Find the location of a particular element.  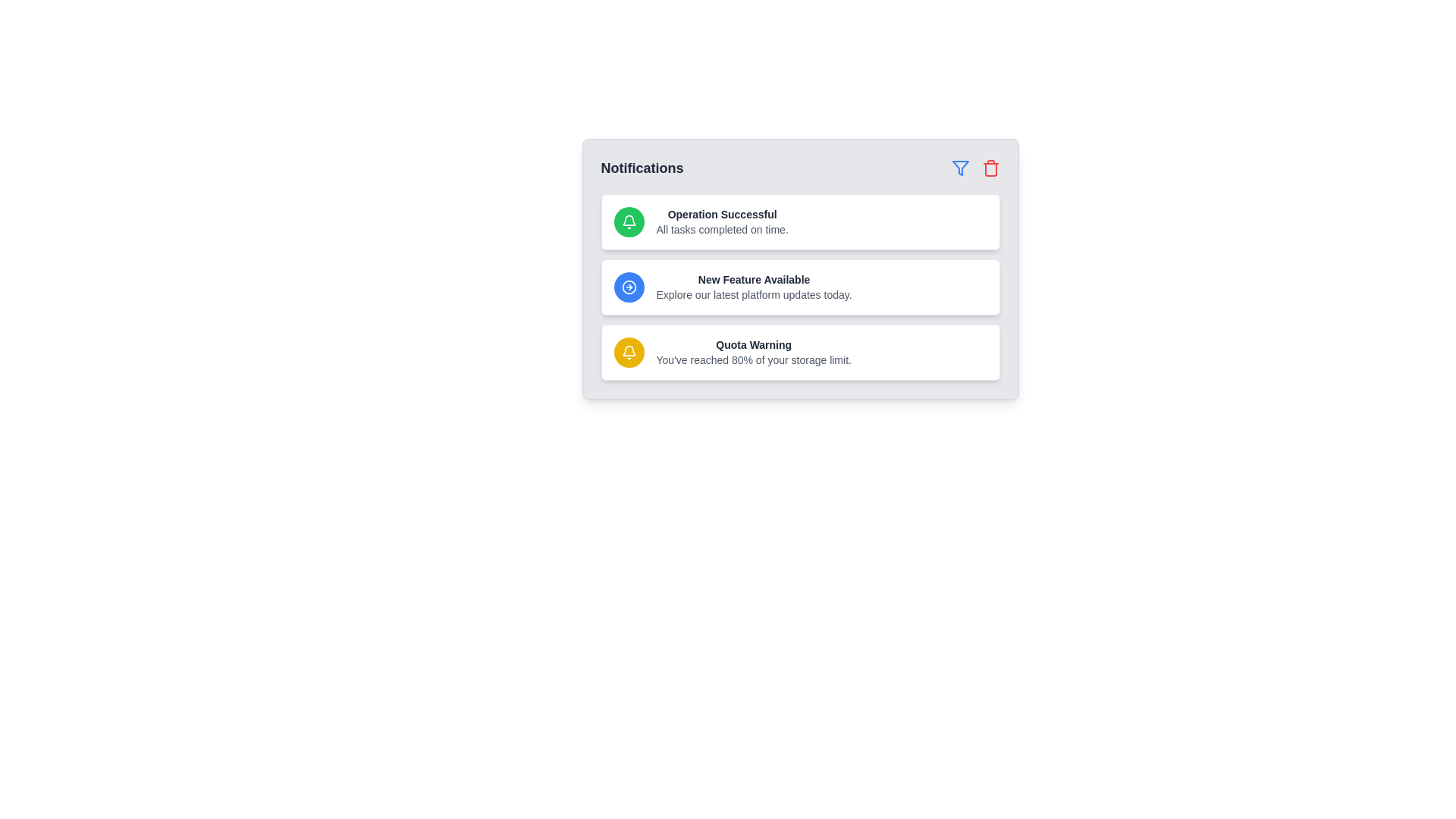

the red trash bin icon, which is the second icon from the left in a horizontal bar containing two icons is located at coordinates (990, 168).